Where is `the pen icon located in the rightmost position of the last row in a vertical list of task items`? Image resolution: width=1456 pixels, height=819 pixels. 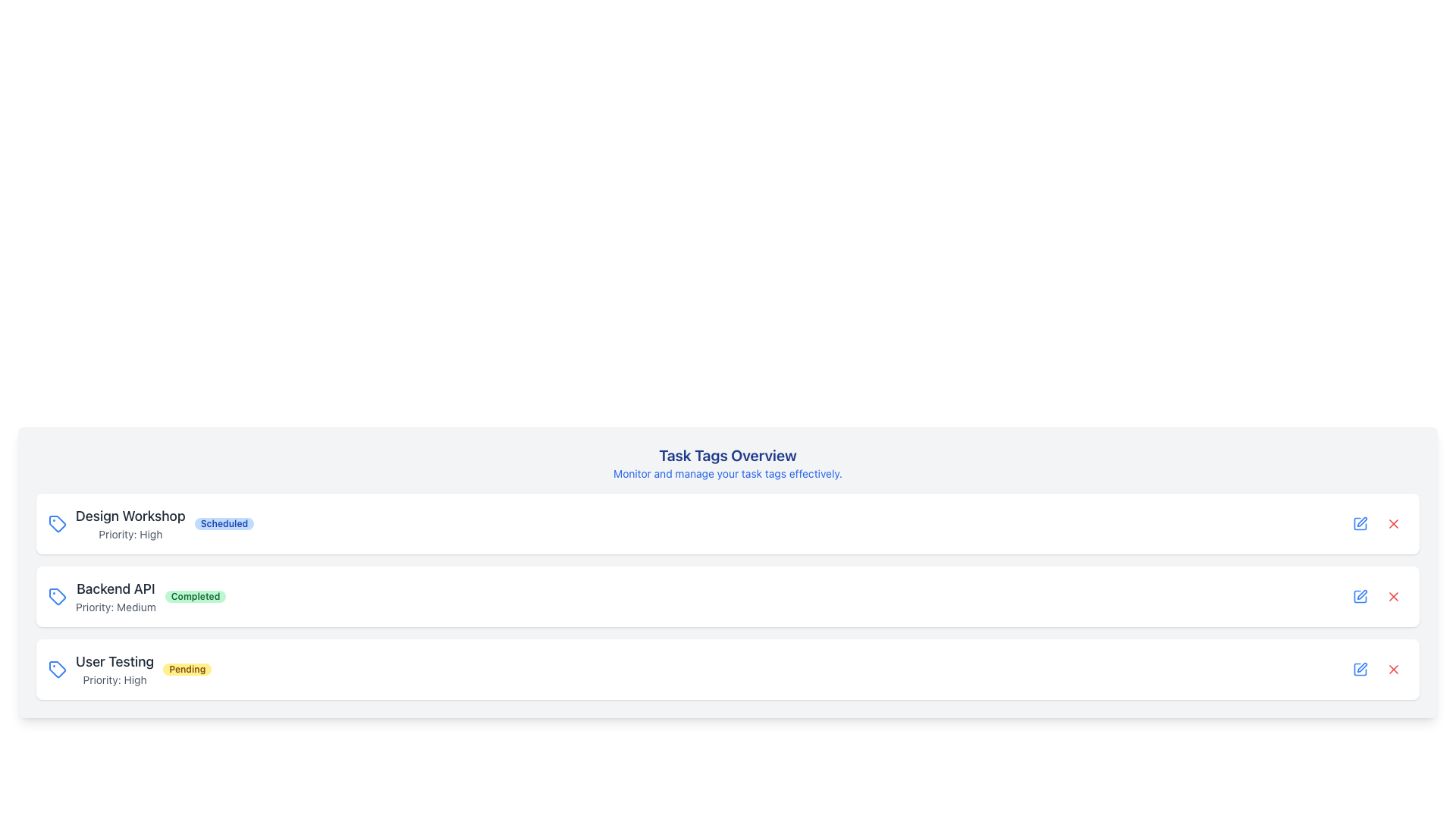
the pen icon located in the rightmost position of the last row in a vertical list of task items is located at coordinates (1362, 667).